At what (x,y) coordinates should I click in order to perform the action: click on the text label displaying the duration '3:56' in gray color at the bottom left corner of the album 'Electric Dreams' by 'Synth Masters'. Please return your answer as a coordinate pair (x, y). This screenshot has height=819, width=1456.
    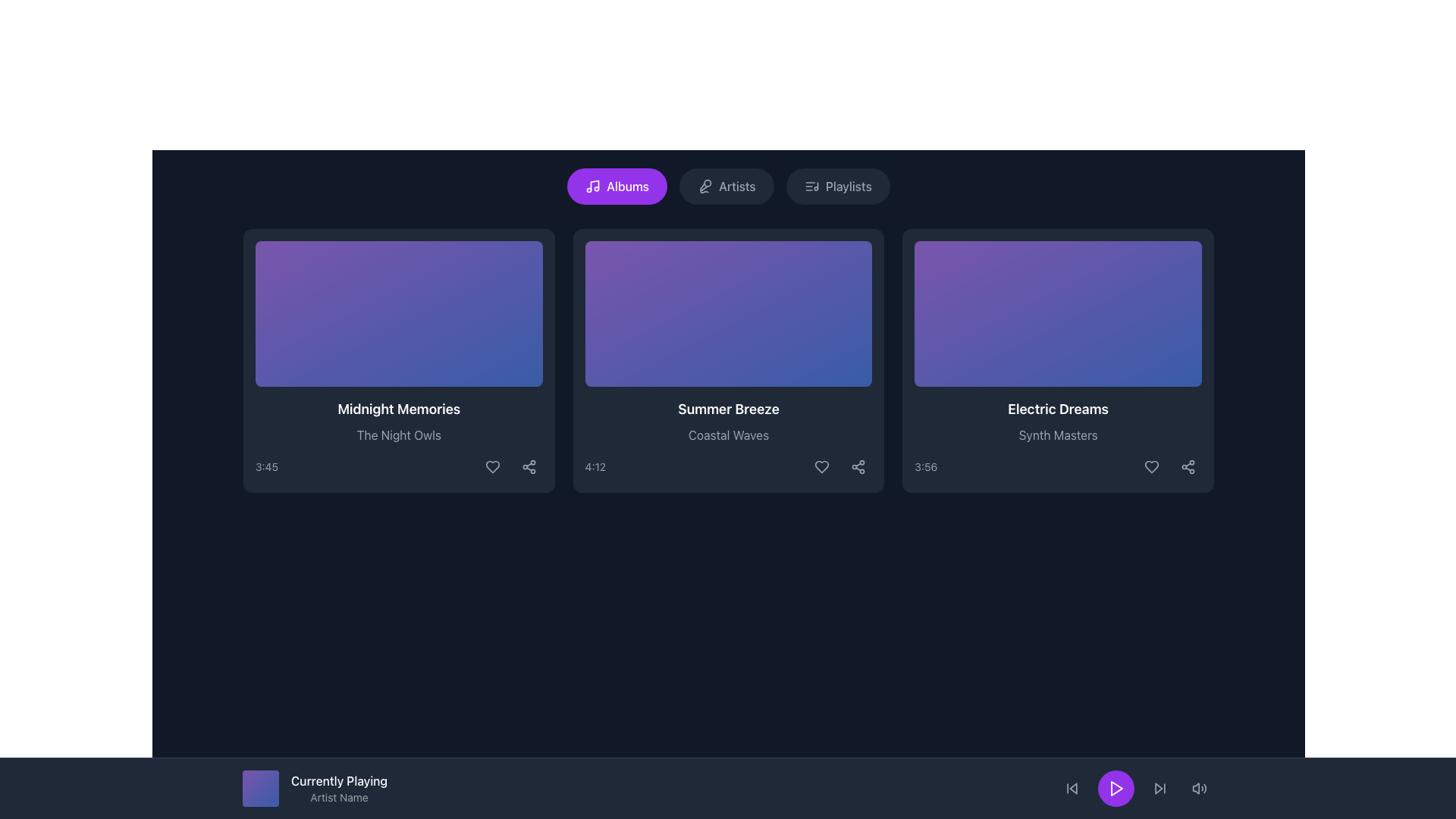
    Looking at the image, I should click on (925, 466).